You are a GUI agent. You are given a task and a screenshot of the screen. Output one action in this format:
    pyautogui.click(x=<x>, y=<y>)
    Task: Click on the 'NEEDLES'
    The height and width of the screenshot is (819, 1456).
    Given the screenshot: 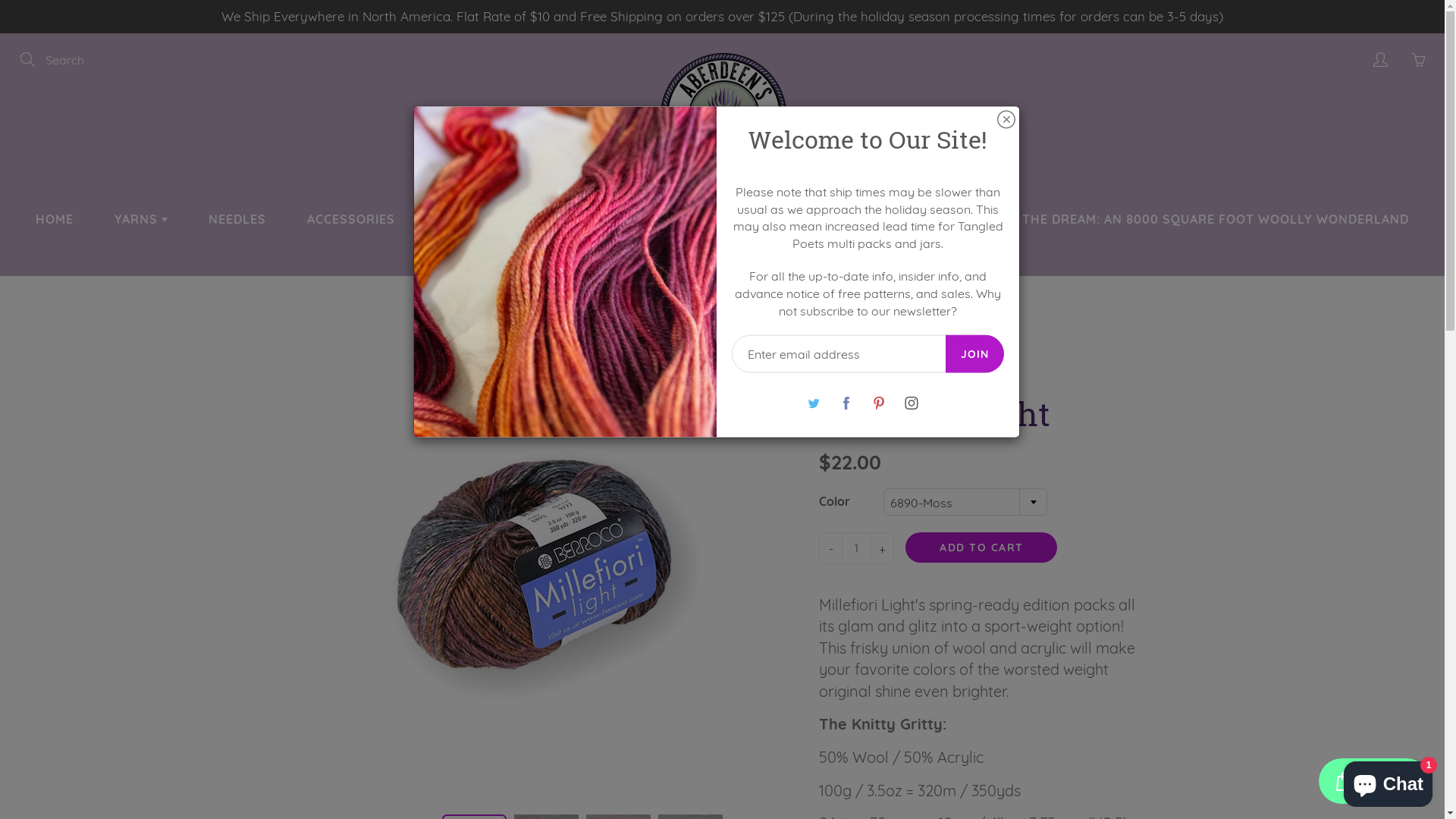 What is the action you would take?
    pyautogui.click(x=236, y=219)
    